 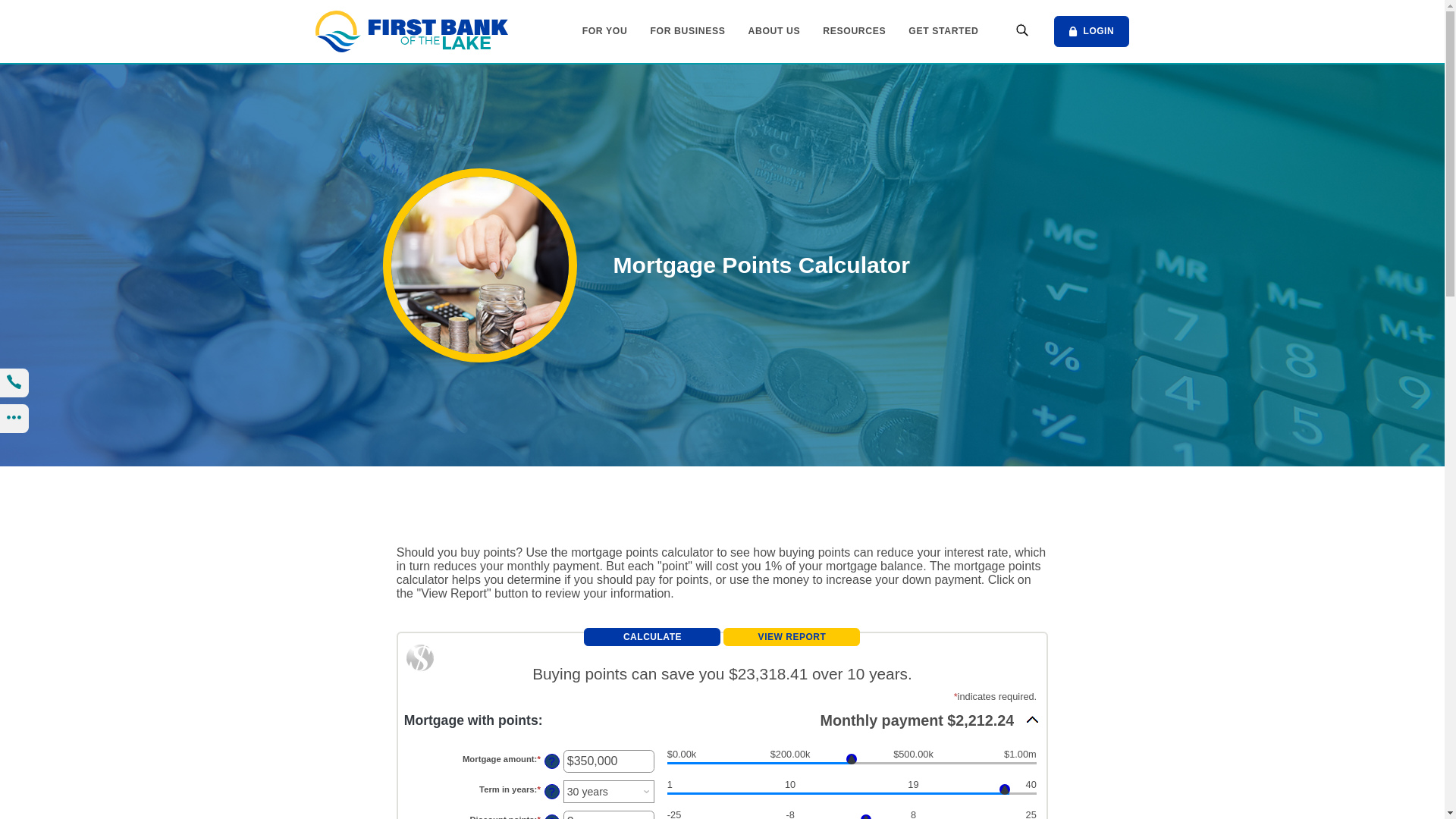 I want to click on 'Open Search', so click(x=1012, y=31).